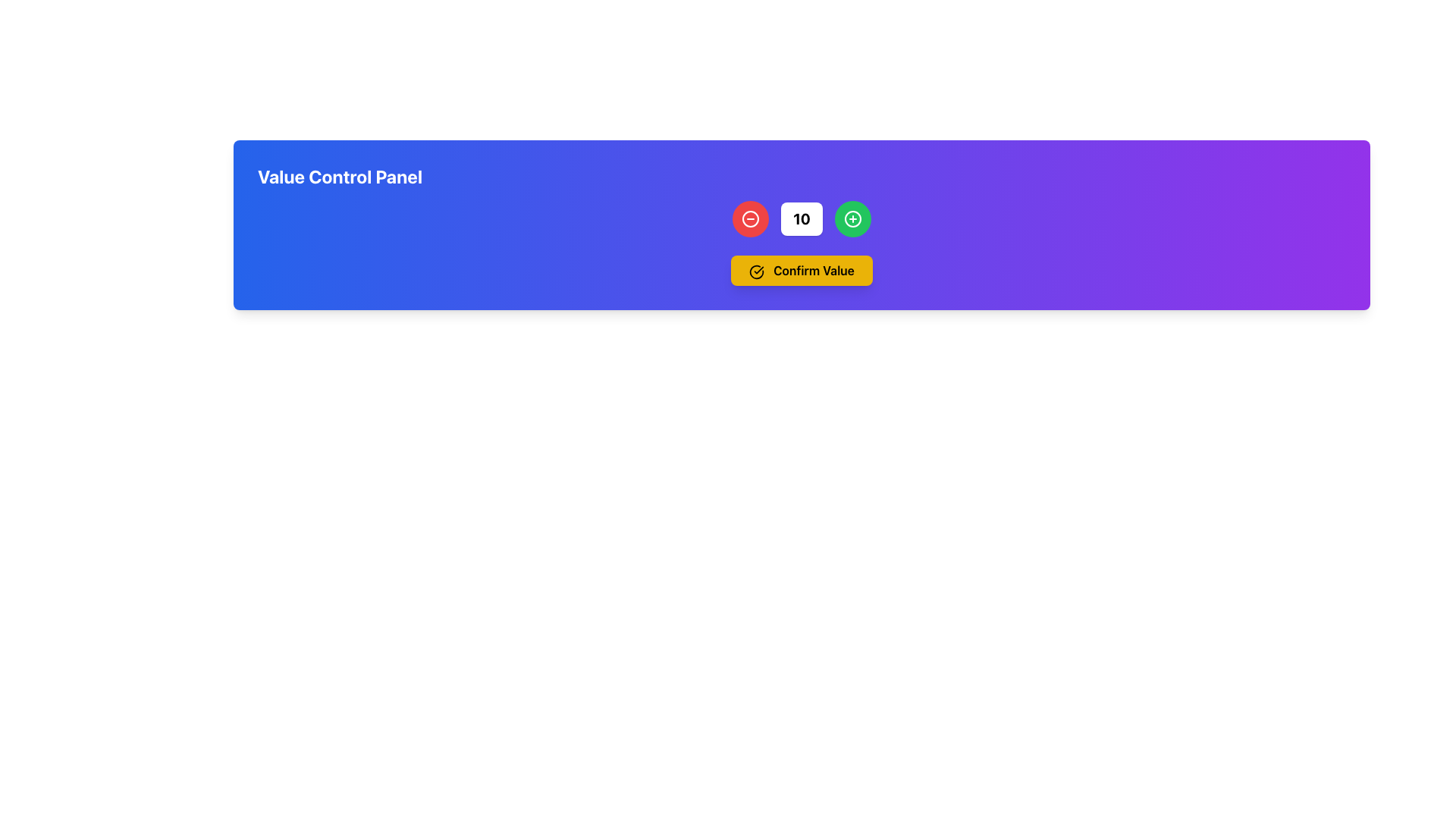  What do you see at coordinates (801, 270) in the screenshot?
I see `the 'Confirm Value' button, which is a rectangular button with a yellow background and black text, featuring a circular checkmark icon to its left, located in the 'Value Control Panel'` at bounding box center [801, 270].